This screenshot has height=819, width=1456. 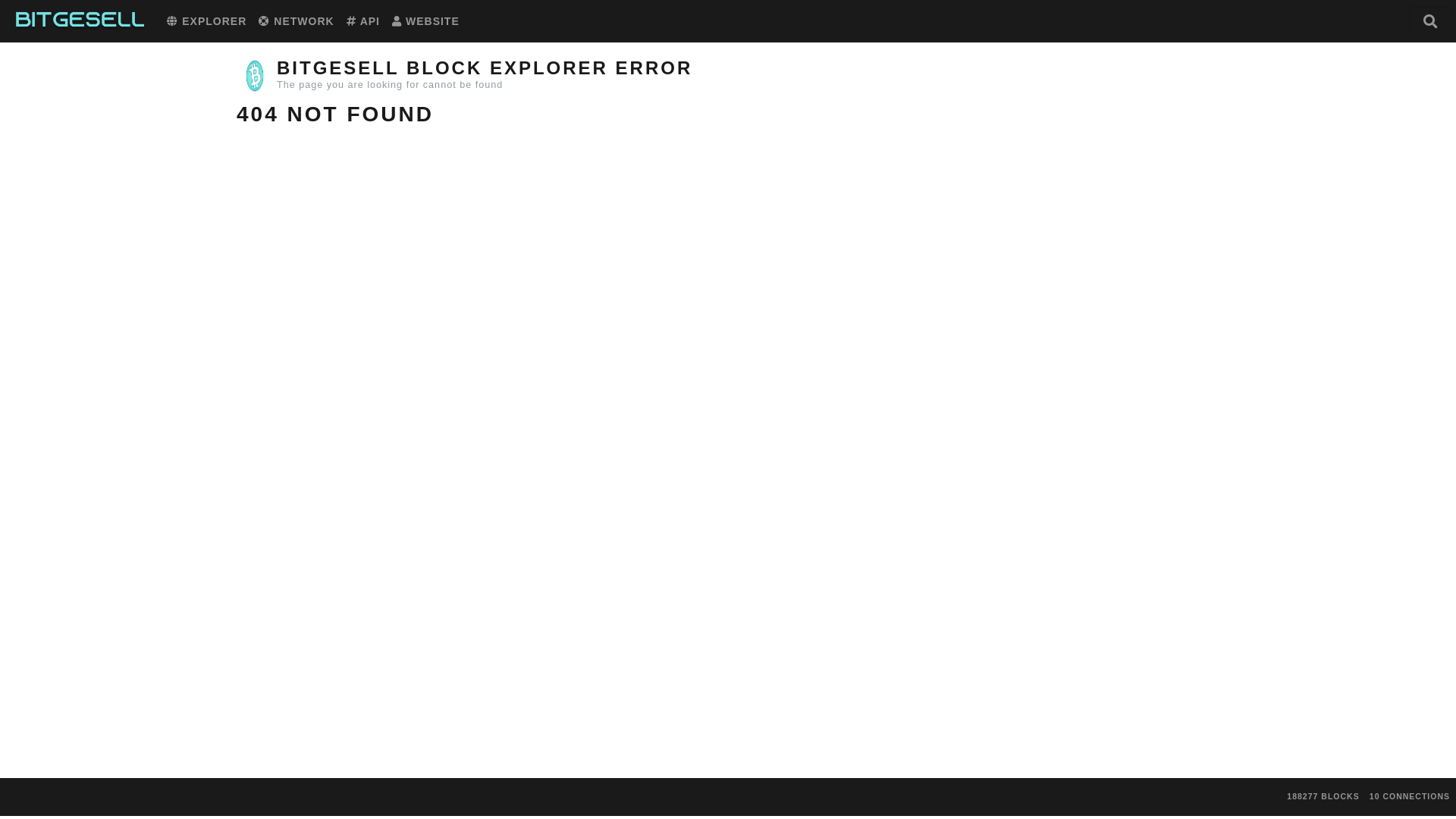 What do you see at coordinates (362, 21) in the screenshot?
I see `'API'` at bounding box center [362, 21].